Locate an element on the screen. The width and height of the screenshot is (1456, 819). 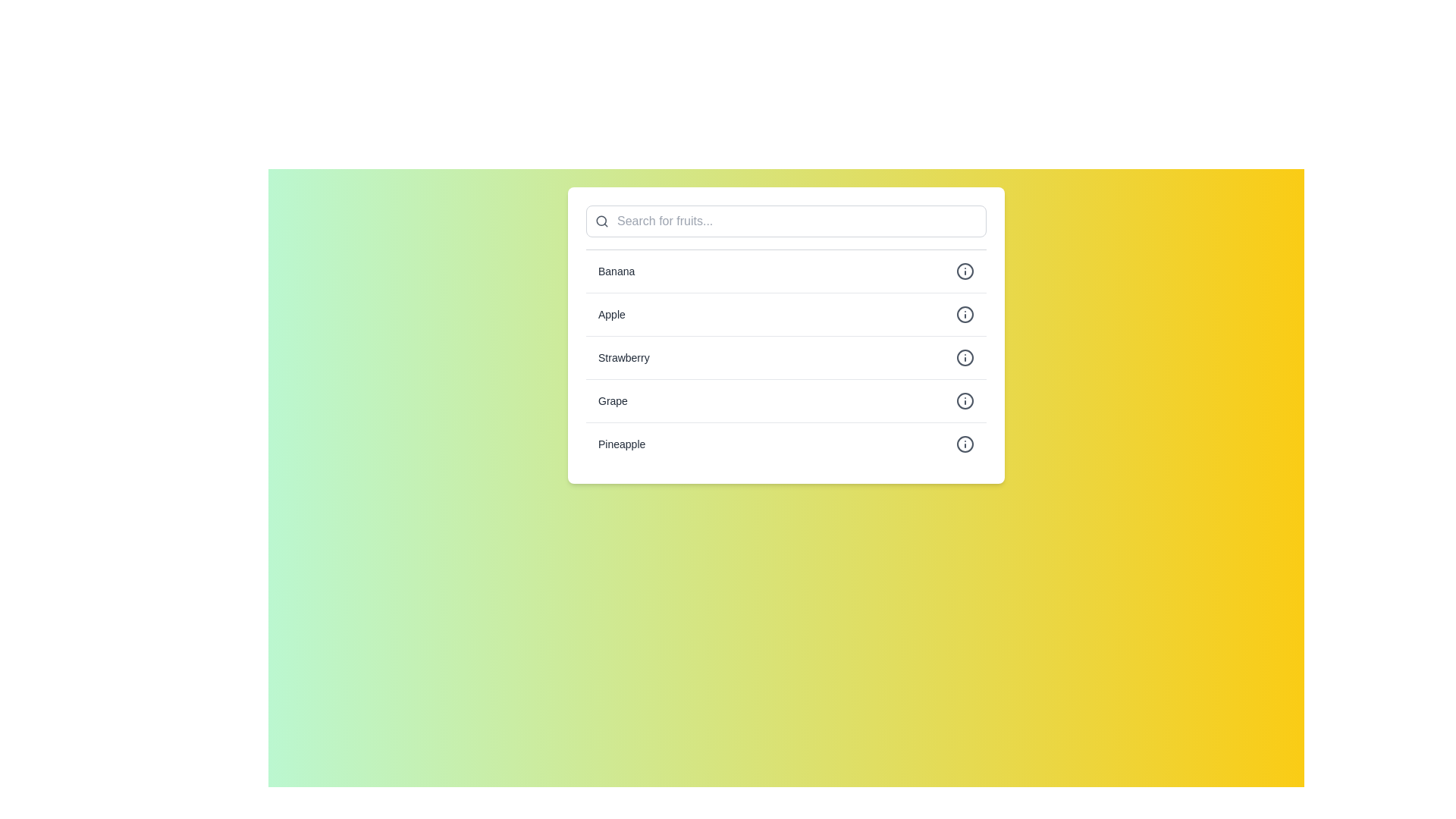
the text label displaying the word 'Banana', which is the first item in a vertical list of fruit names and located below a search bar is located at coordinates (617, 271).